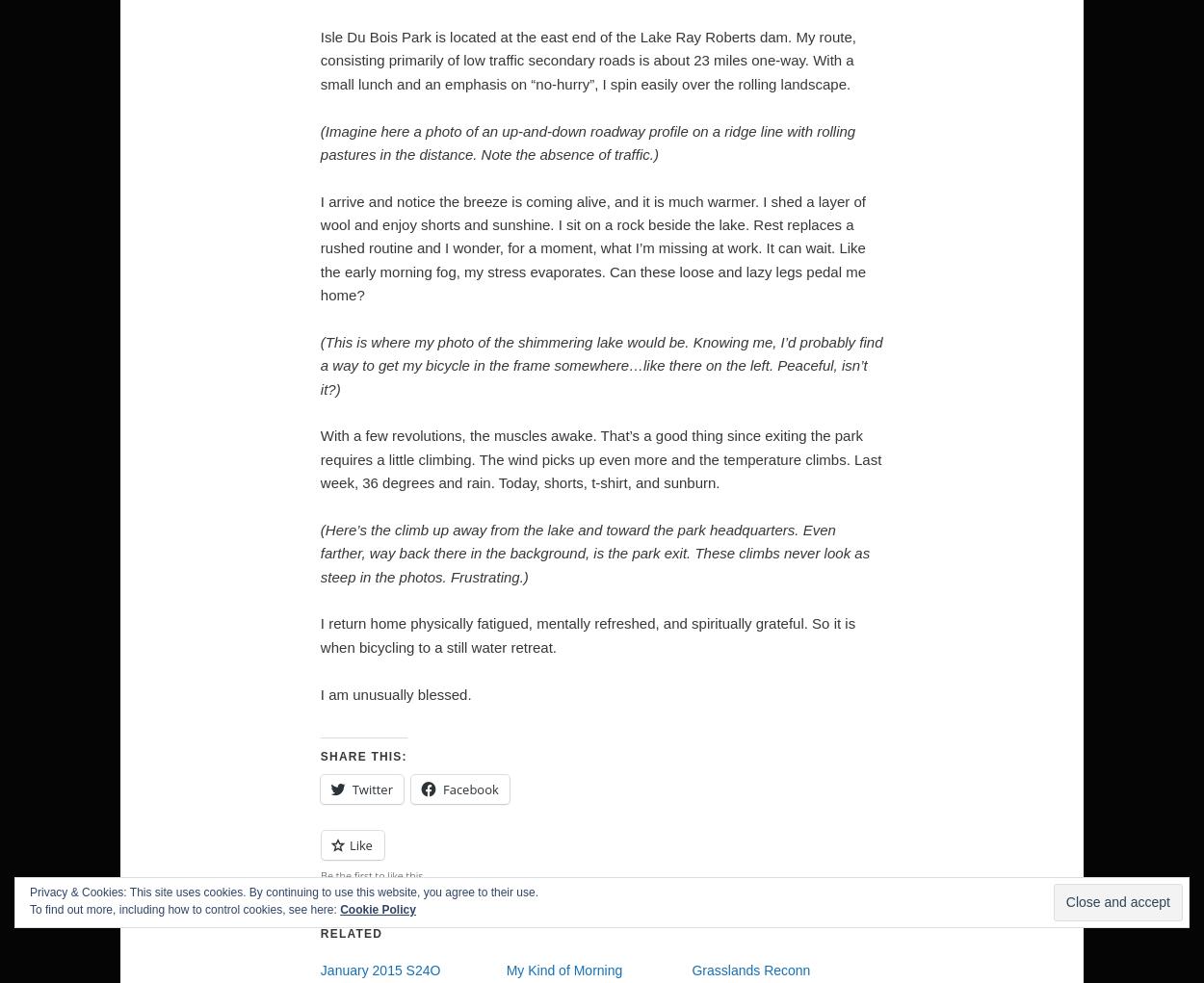 The width and height of the screenshot is (1204, 983). Describe the element at coordinates (30, 909) in the screenshot. I see `'To find out more, including how to control cookies, see here:'` at that location.